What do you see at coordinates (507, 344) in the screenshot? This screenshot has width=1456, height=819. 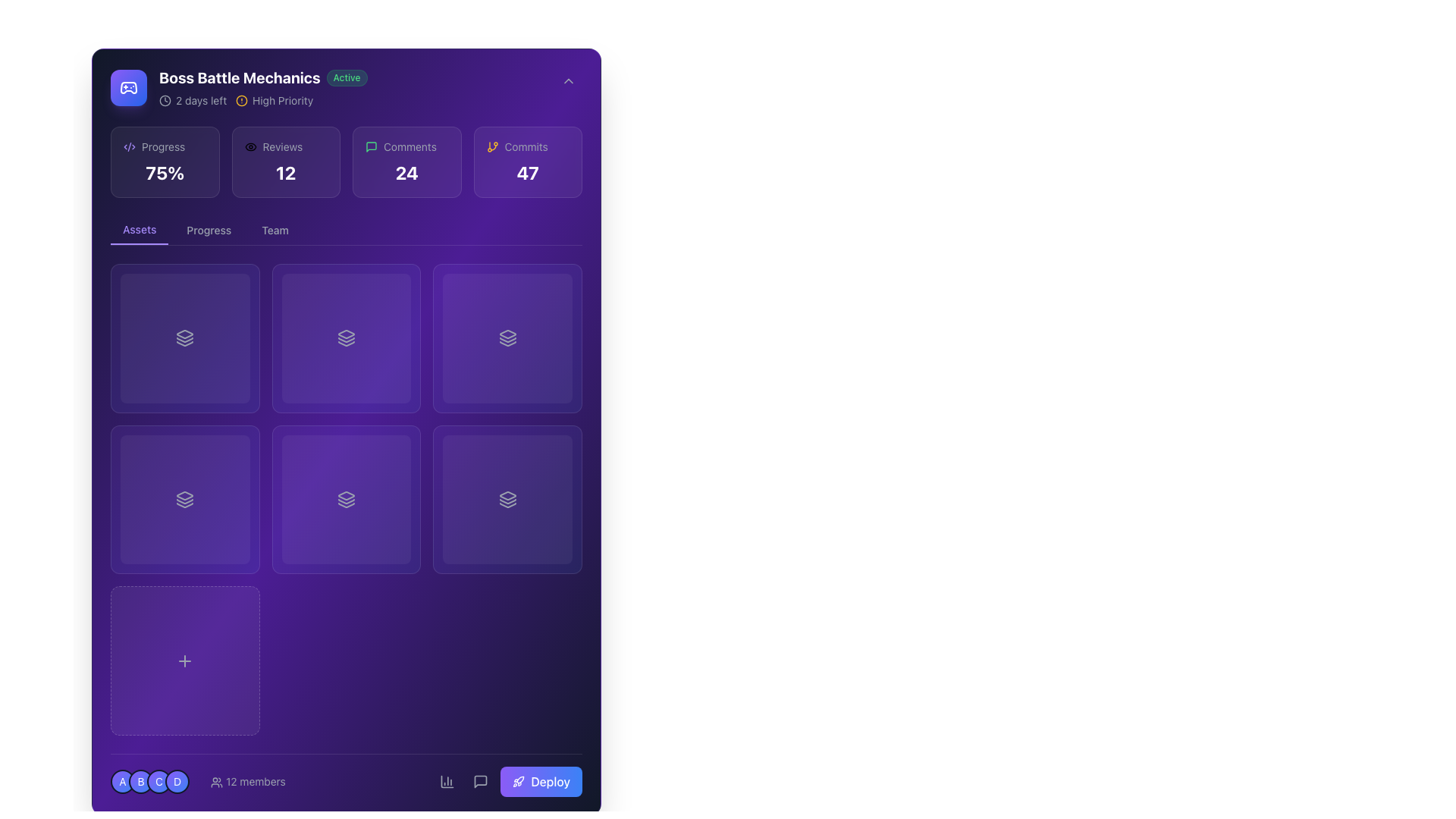 I see `the SVG graphic representing the bottom layer of a tri-layer stack visual, located in the middle-right of the grid layout` at bounding box center [507, 344].